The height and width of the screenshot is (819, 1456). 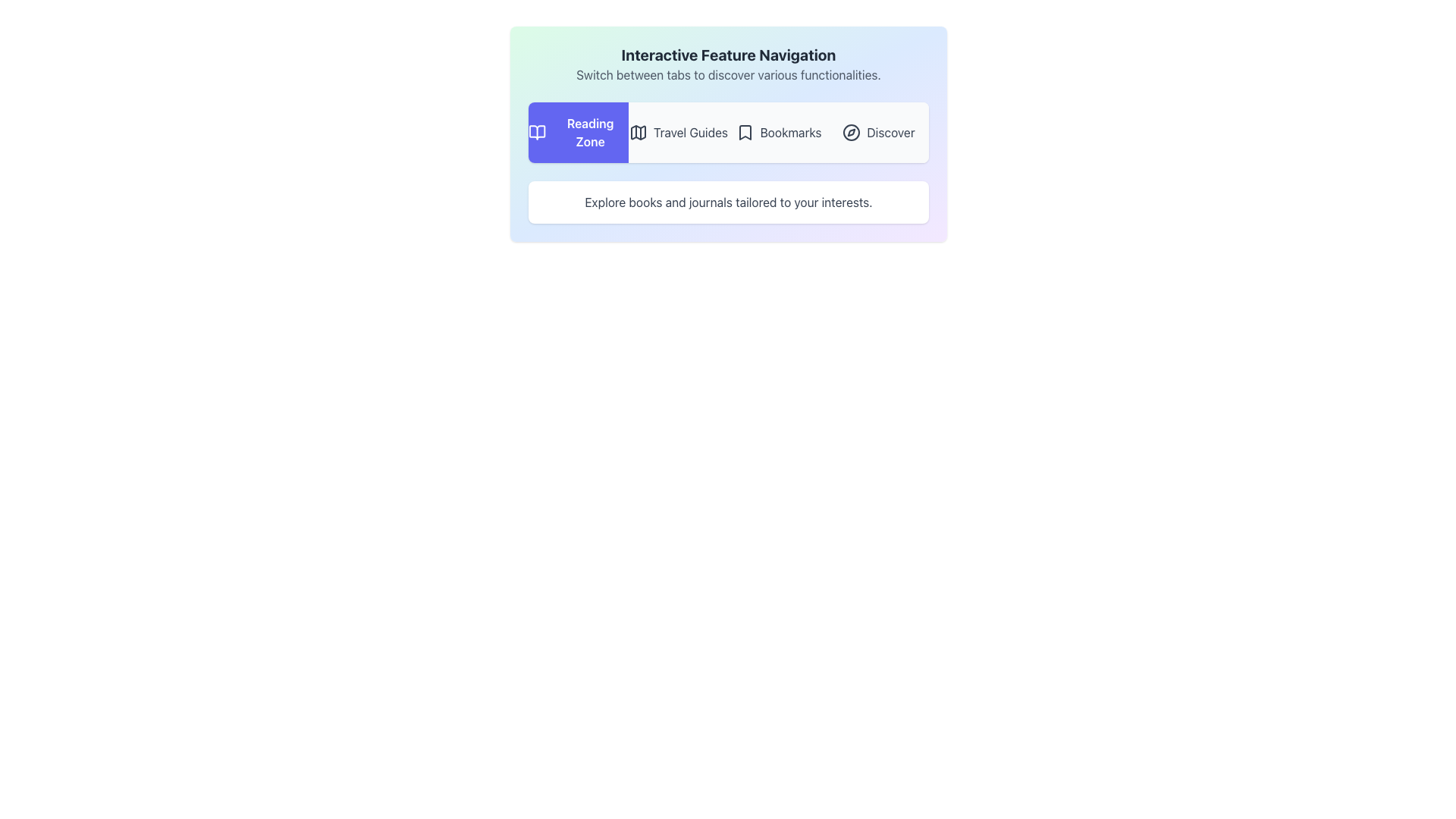 What do you see at coordinates (878, 131) in the screenshot?
I see `the 'Discover' navigation tab located to the right of 'Bookmarks' and 'Travel Guides'` at bounding box center [878, 131].